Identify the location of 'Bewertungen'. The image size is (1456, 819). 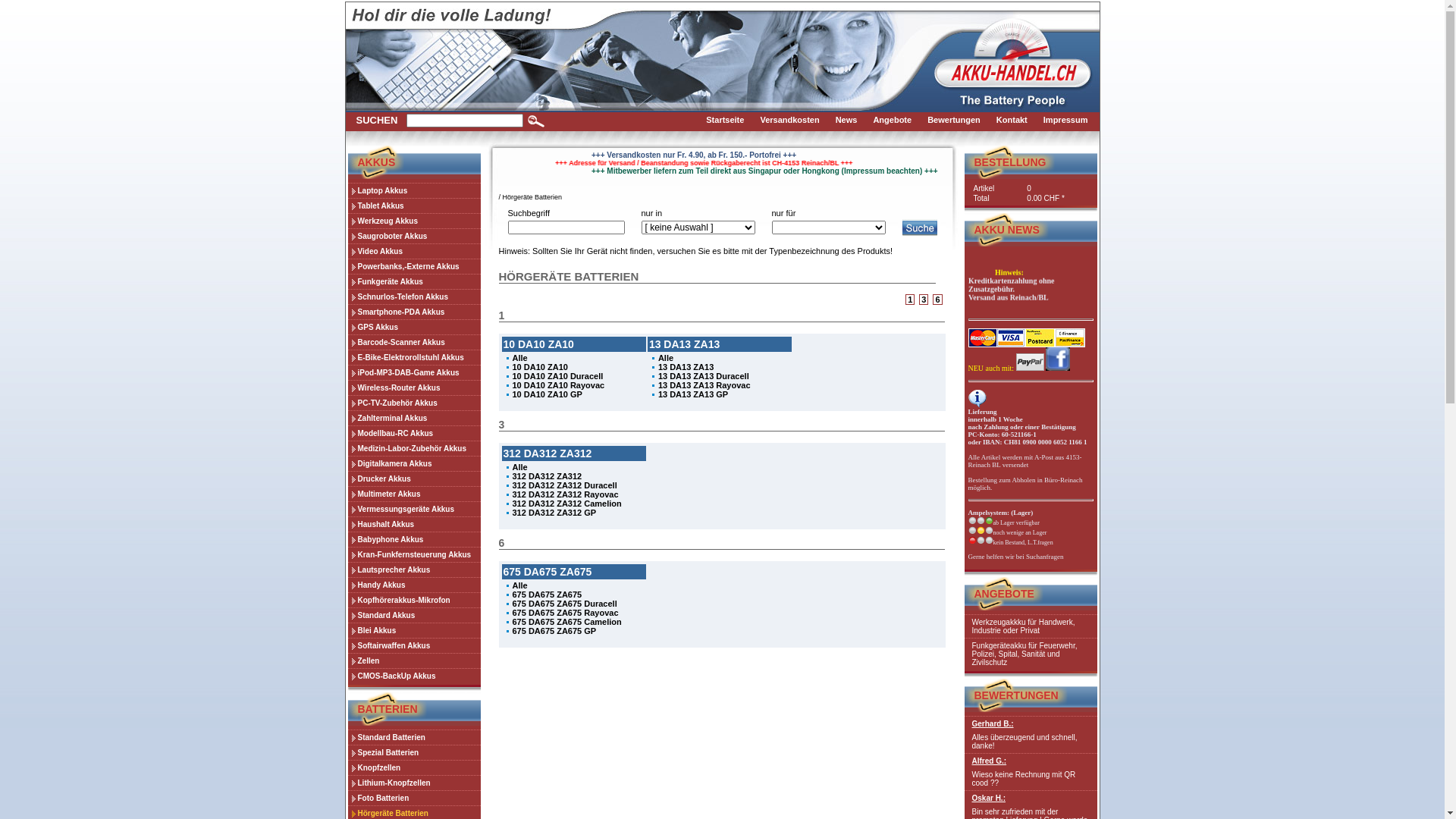
(957, 120).